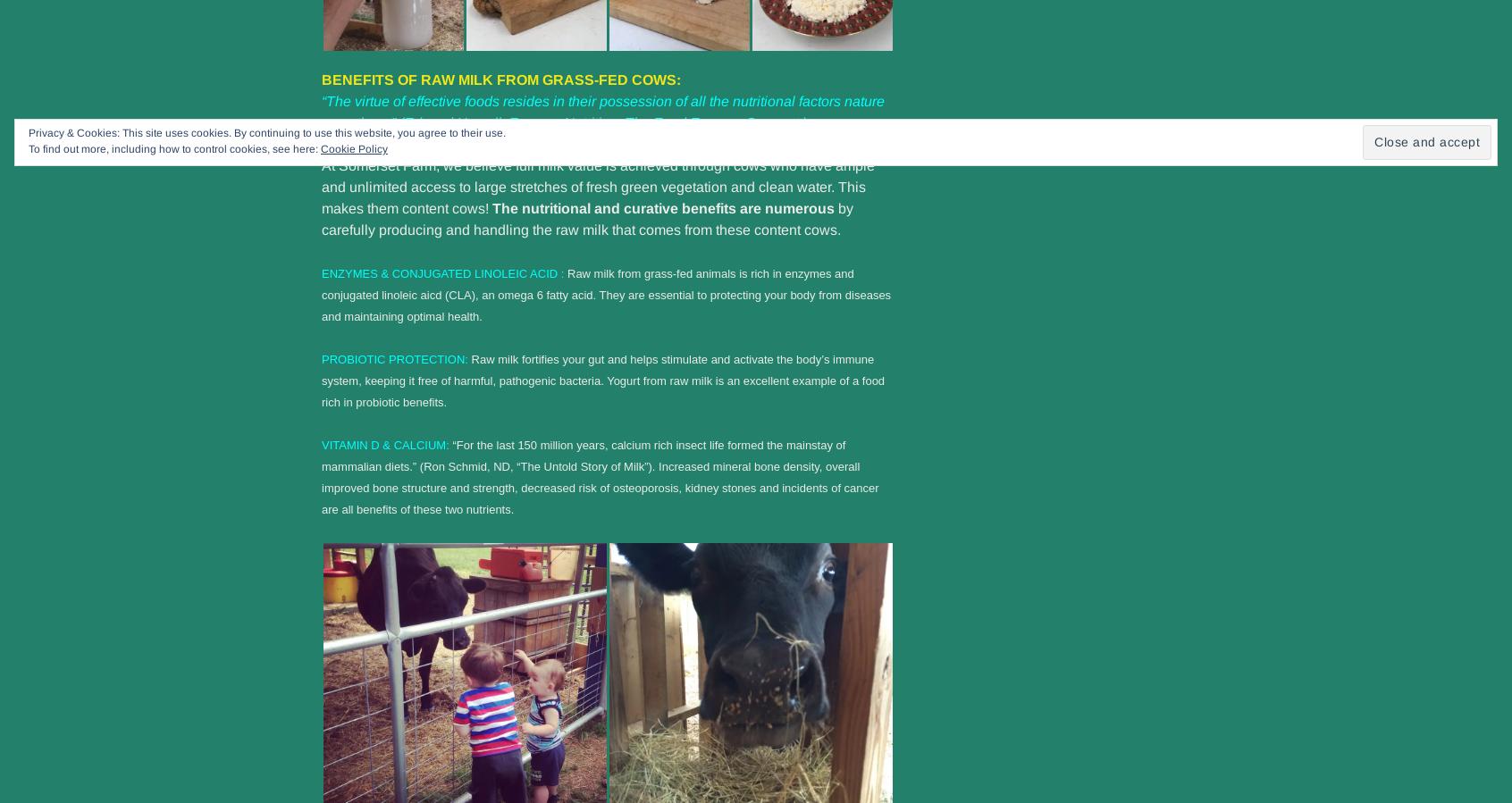 The height and width of the screenshot is (803, 1512). What do you see at coordinates (602, 110) in the screenshot?
I see `'“The virtue of effective foods resides in their possession of all the nutritional factors nature gave them.” (Edward Howell, Enzyme Nutrition: The Food Enzyme Concept.)'` at bounding box center [602, 110].